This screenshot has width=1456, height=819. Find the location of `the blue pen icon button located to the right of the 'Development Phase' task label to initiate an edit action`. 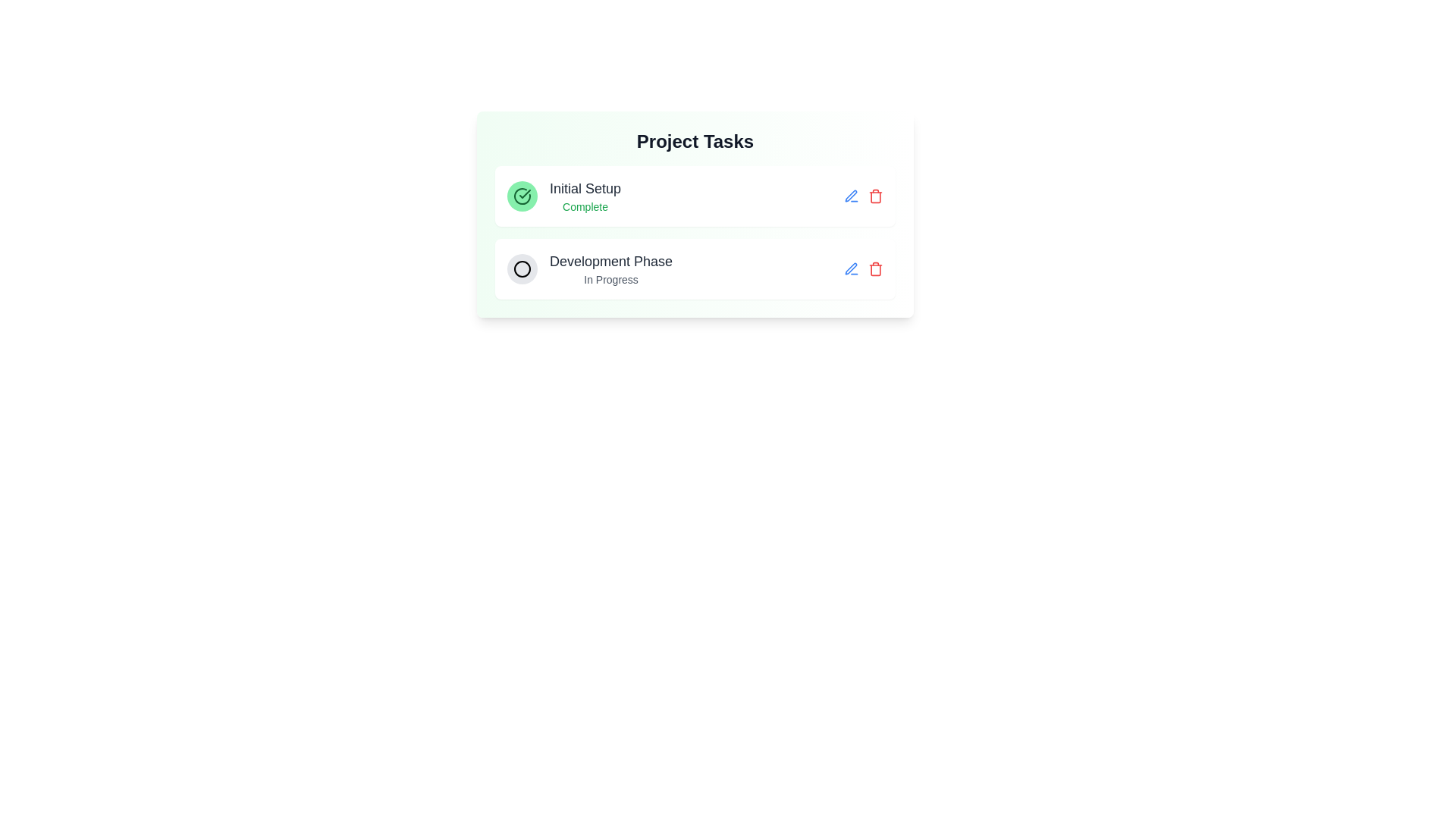

the blue pen icon button located to the right of the 'Development Phase' task label to initiate an edit action is located at coordinates (851, 195).